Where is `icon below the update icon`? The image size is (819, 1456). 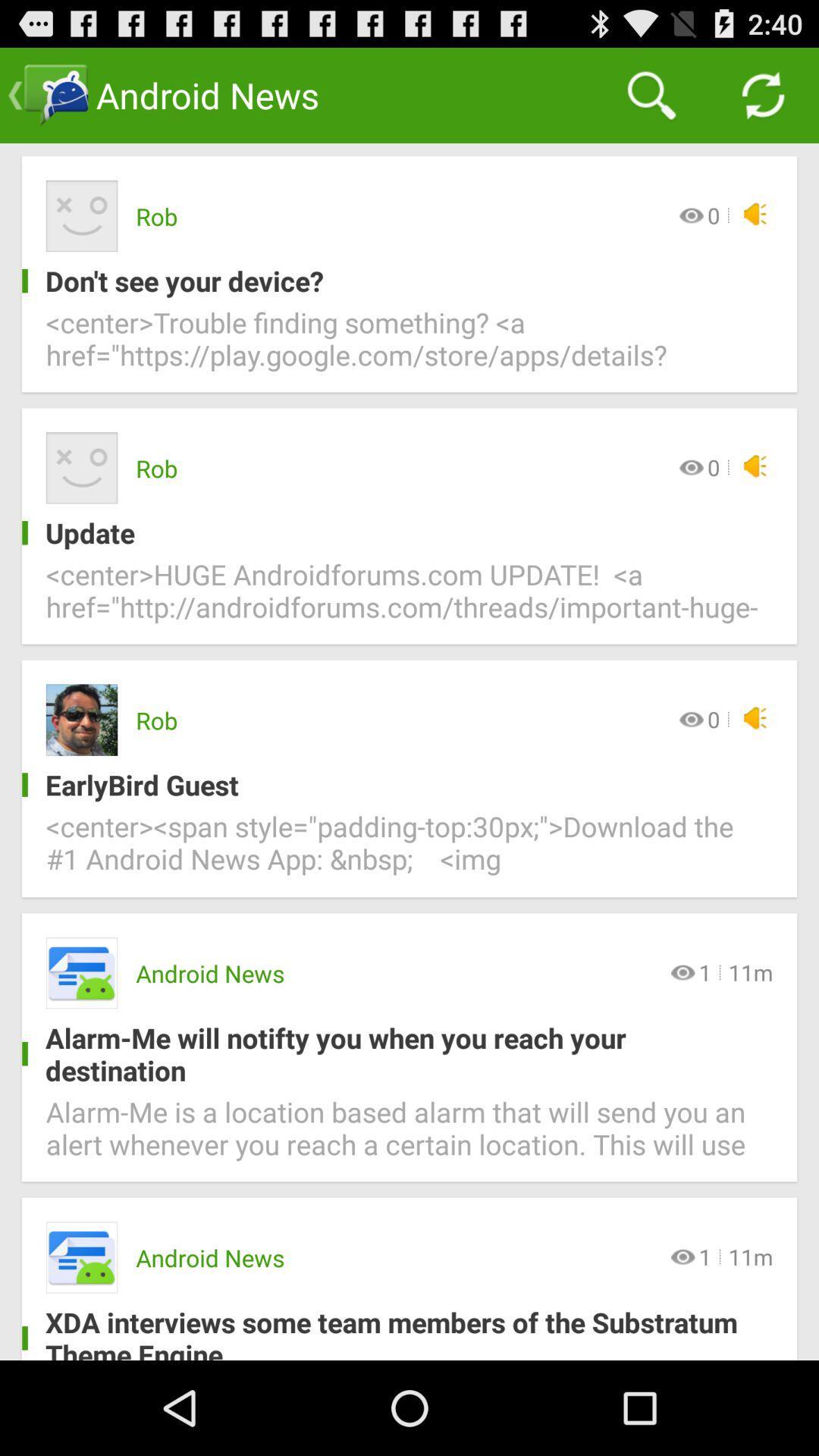
icon below the update icon is located at coordinates (409, 599).